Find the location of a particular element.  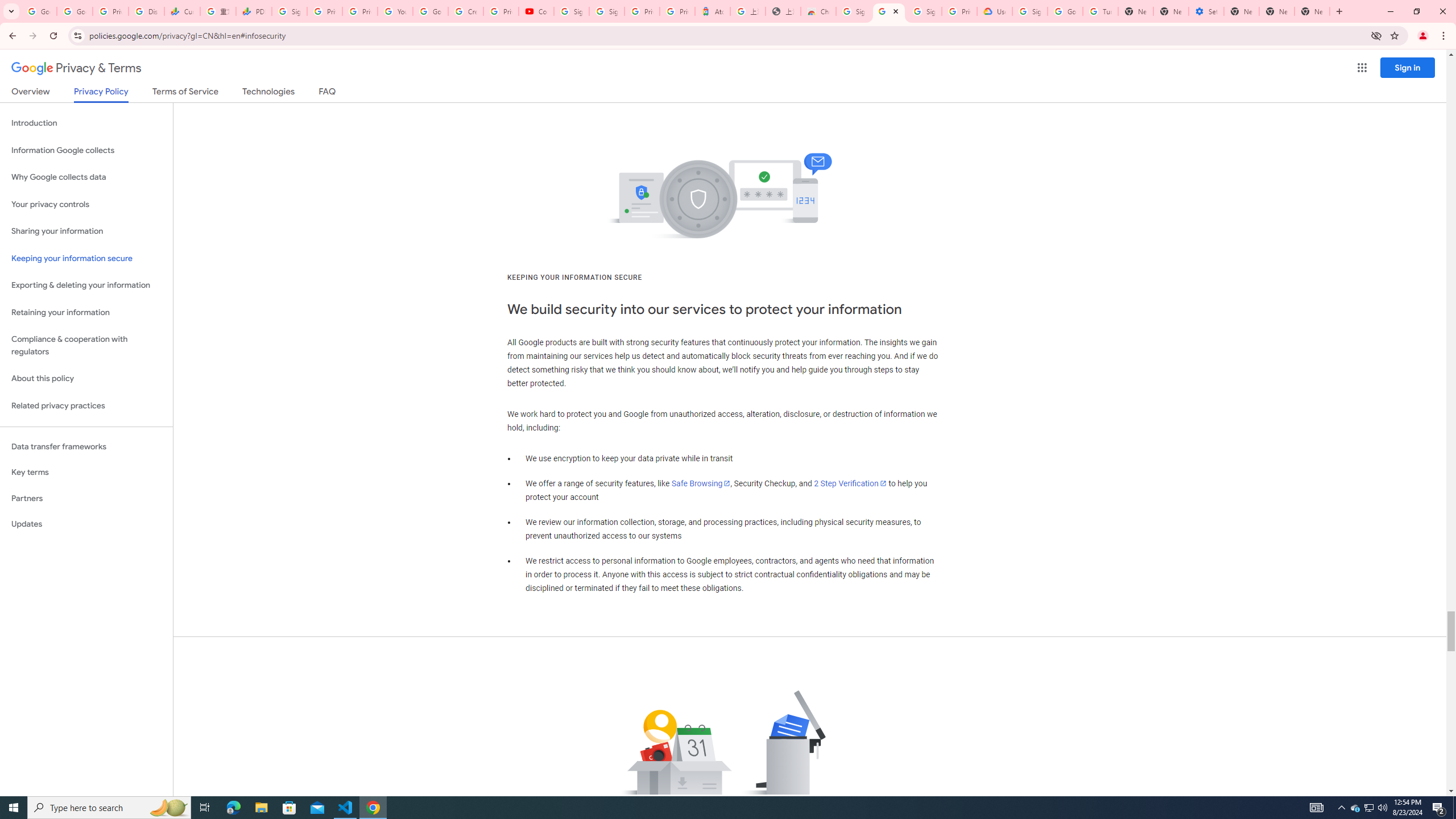

'Information Google collects' is located at coordinates (86, 150).